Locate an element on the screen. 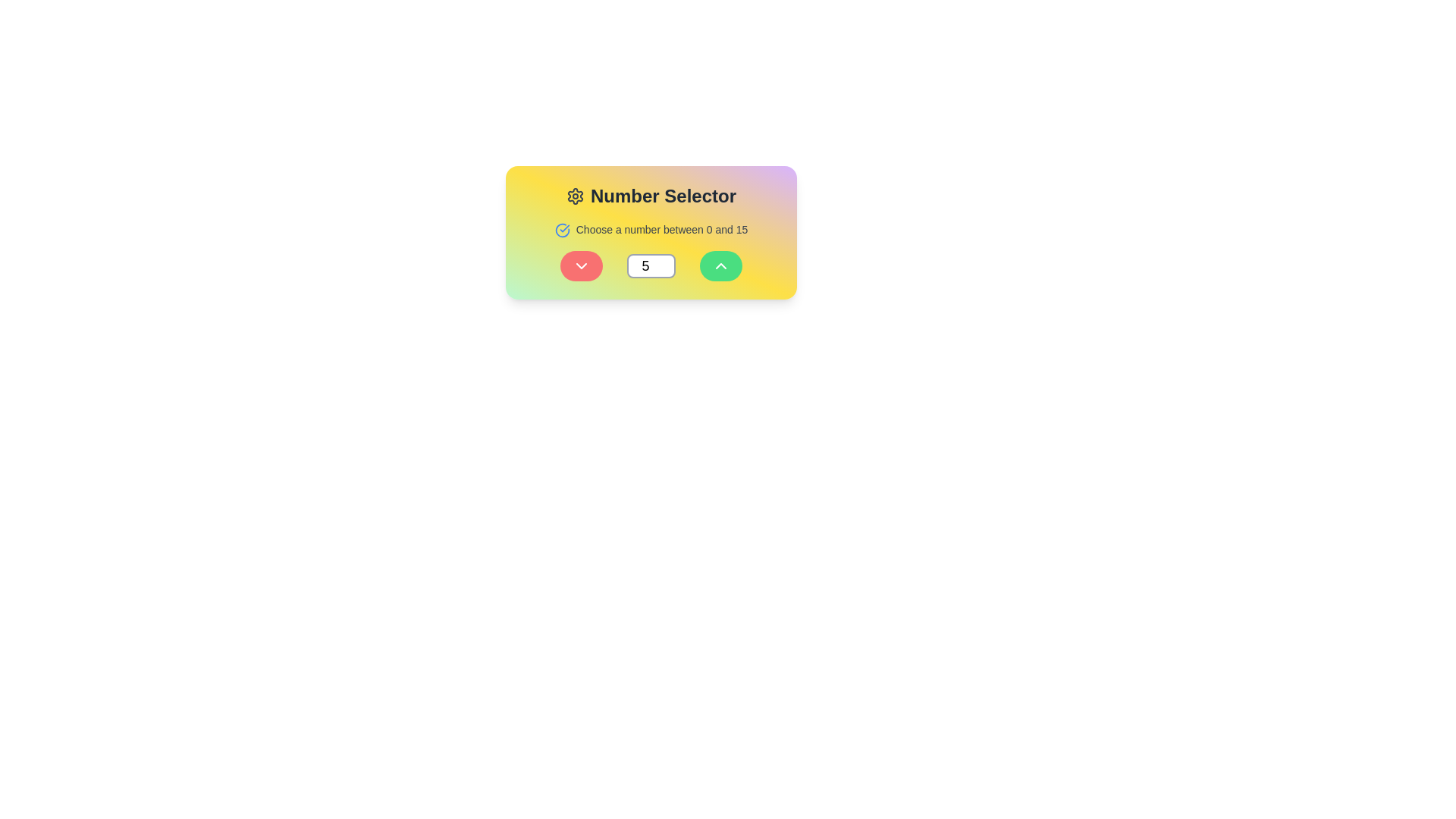 The width and height of the screenshot is (1456, 819). the settings cog icon located within the 'Number Selector' section is located at coordinates (574, 195).